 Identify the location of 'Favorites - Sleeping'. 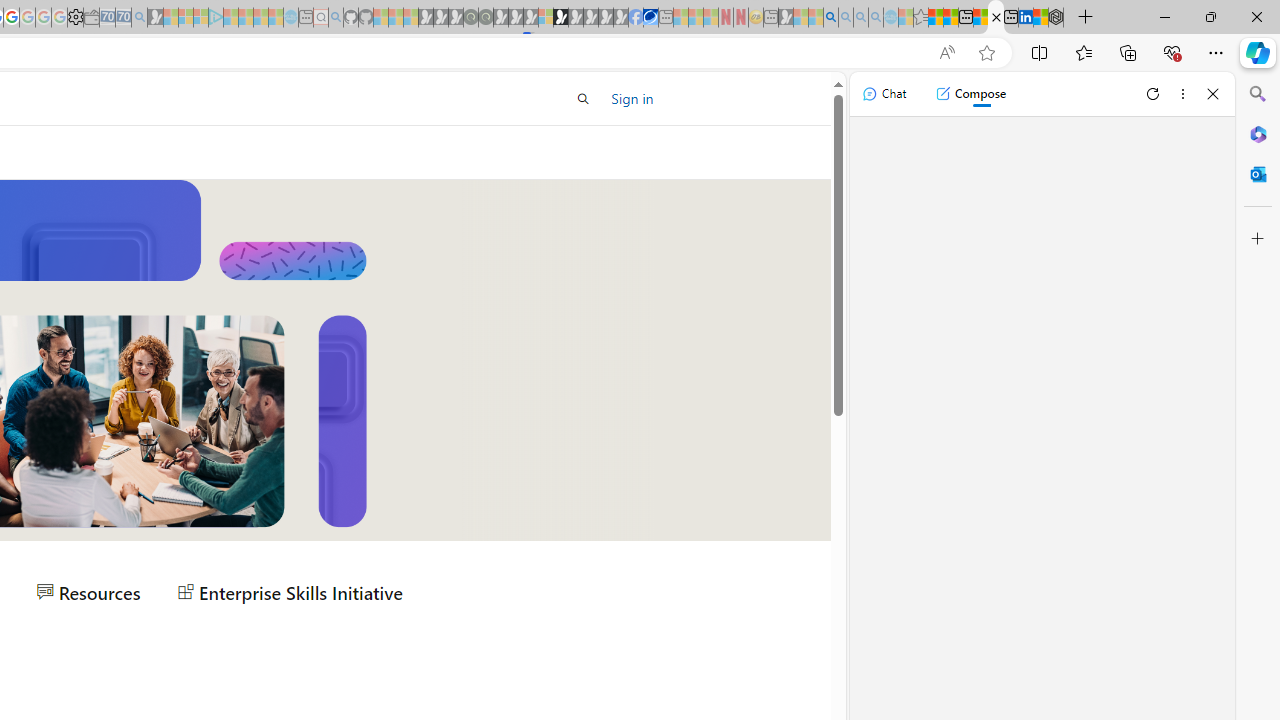
(919, 17).